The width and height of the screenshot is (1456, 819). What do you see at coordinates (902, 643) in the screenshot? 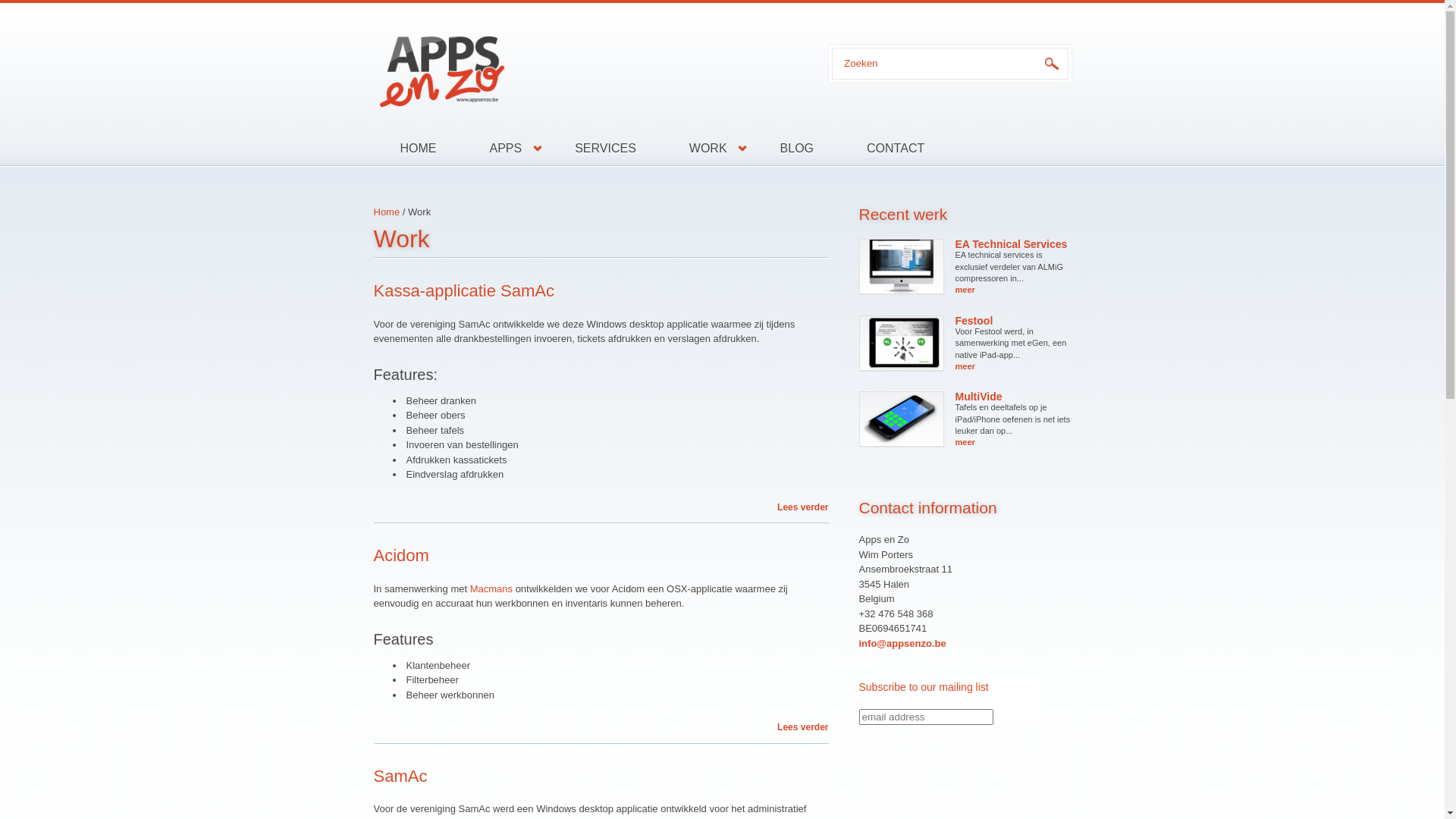
I see `'info@appsenzo.be'` at bounding box center [902, 643].